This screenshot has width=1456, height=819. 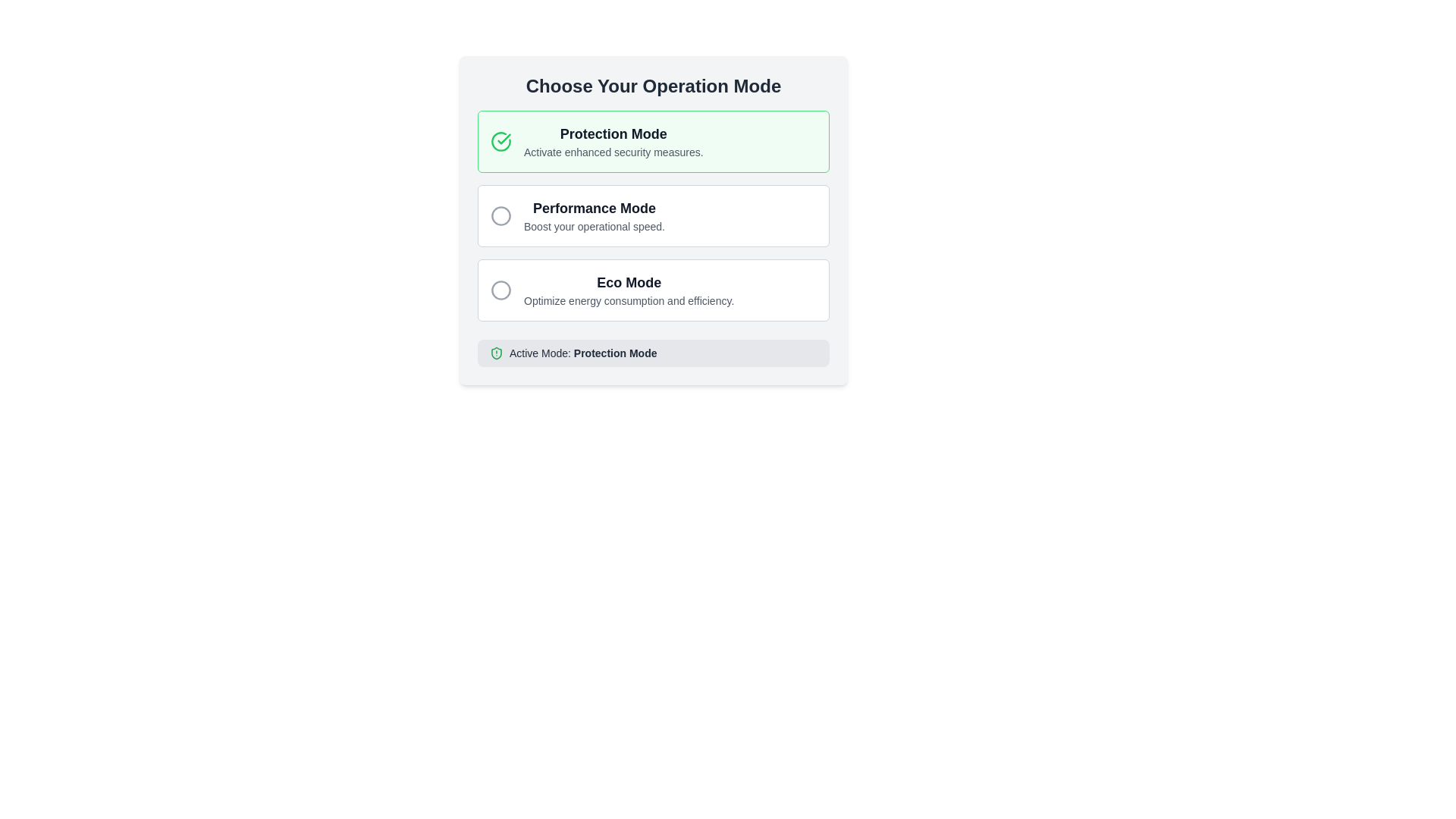 I want to click on the interactive selection indicator (radio button) for the 'Eco Mode Optimize energy consumption and efficiency.' option, so click(x=501, y=290).